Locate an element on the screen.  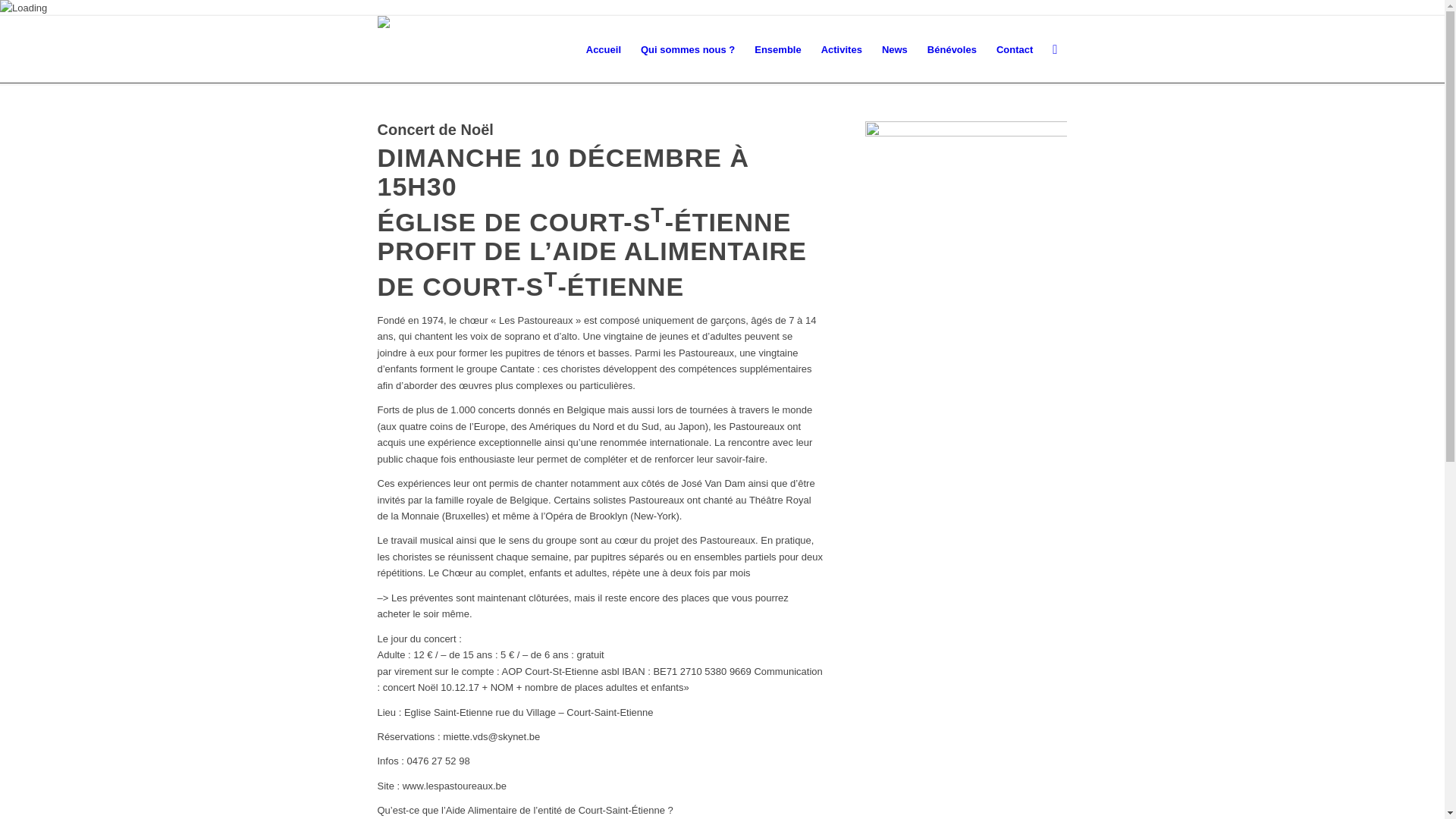
'Activites' is located at coordinates (840, 49).